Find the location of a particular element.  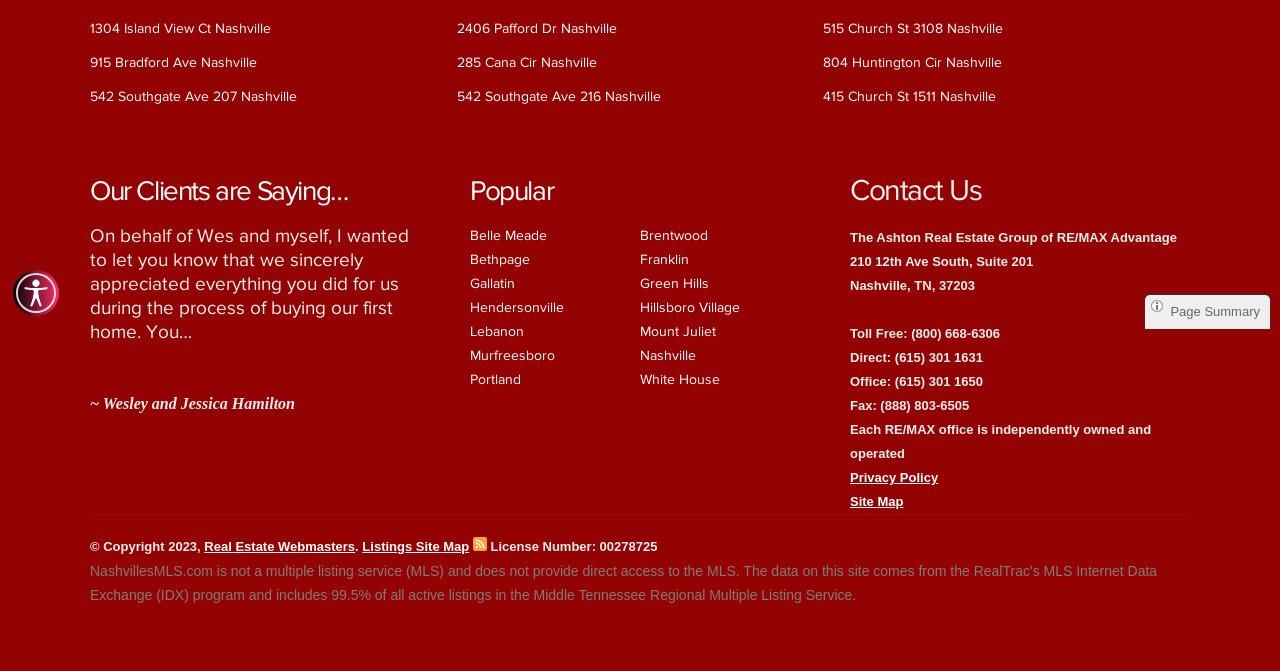

'915 Bradford Ave Nashville' is located at coordinates (173, 61).